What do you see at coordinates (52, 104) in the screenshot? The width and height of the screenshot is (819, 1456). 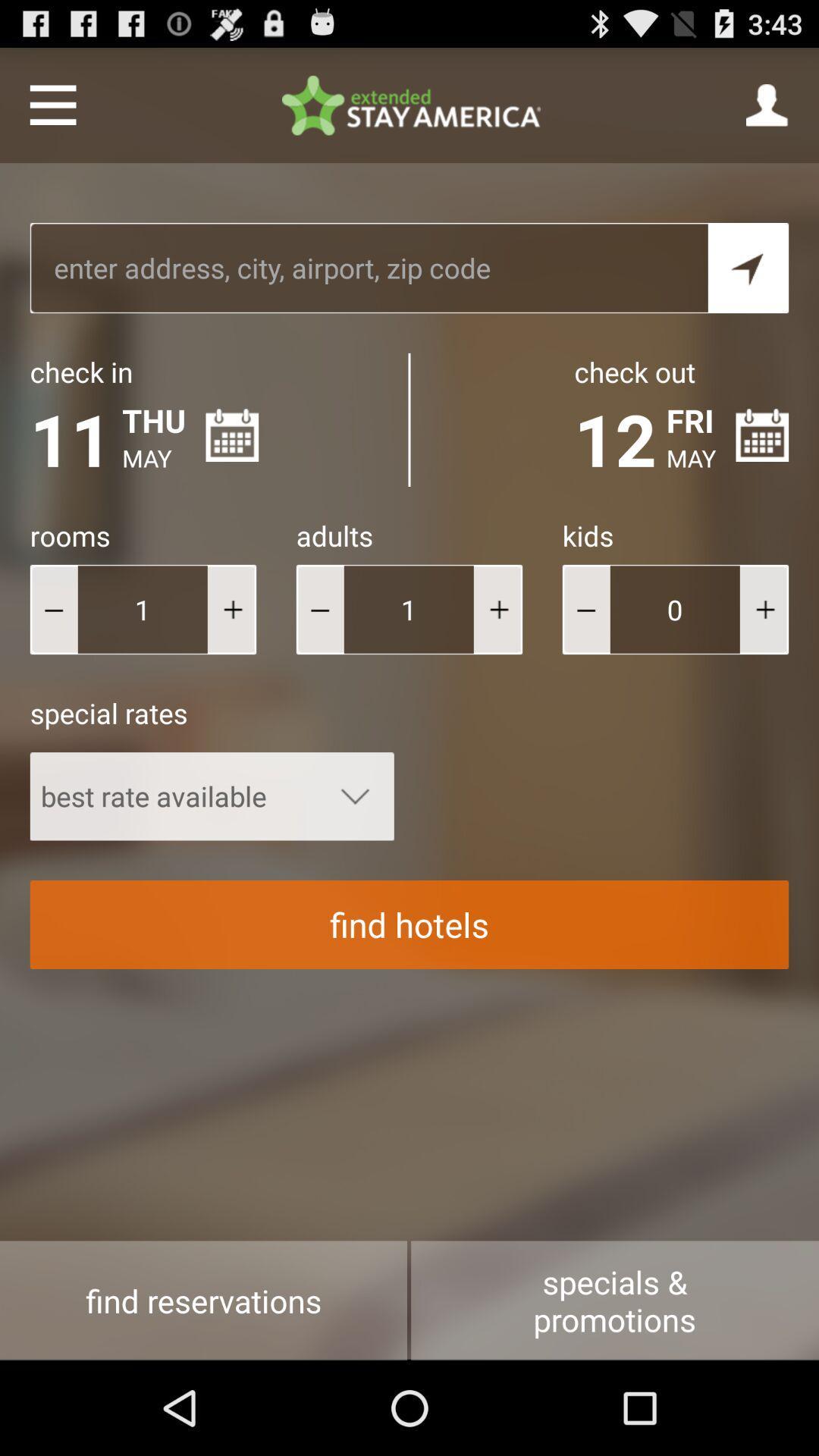 I see `menu` at bounding box center [52, 104].